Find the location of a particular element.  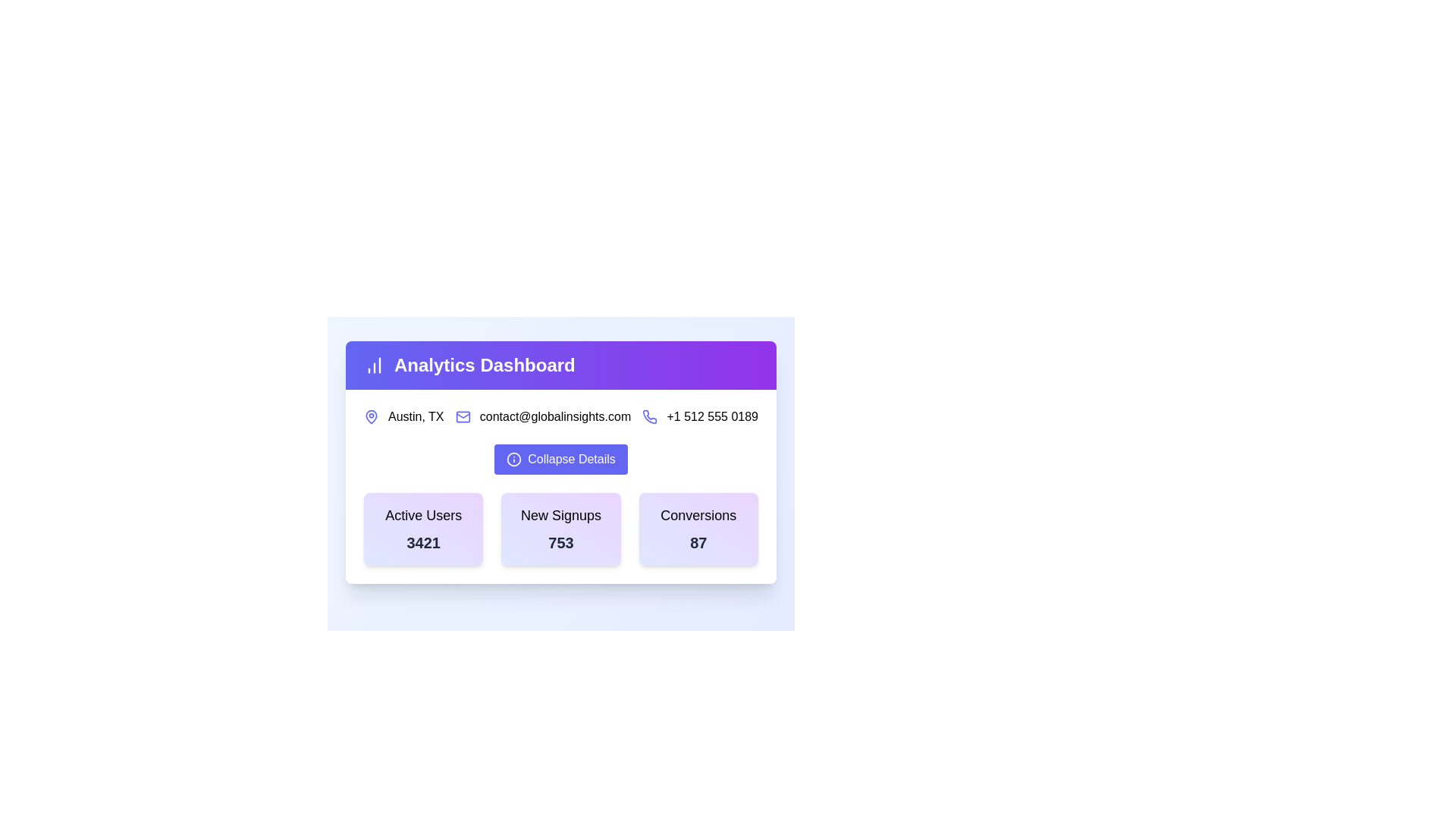

the downward-pointing indigo location pin icon, which has a rounded body tapering to a point and a hollow circular section at the top is located at coordinates (371, 416).